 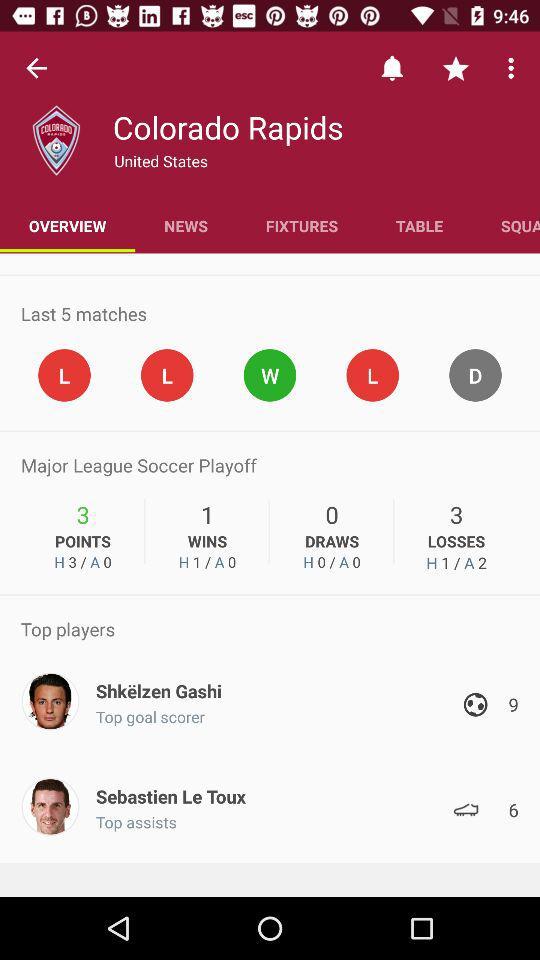 I want to click on the bell icon at top of the page, so click(x=393, y=68).